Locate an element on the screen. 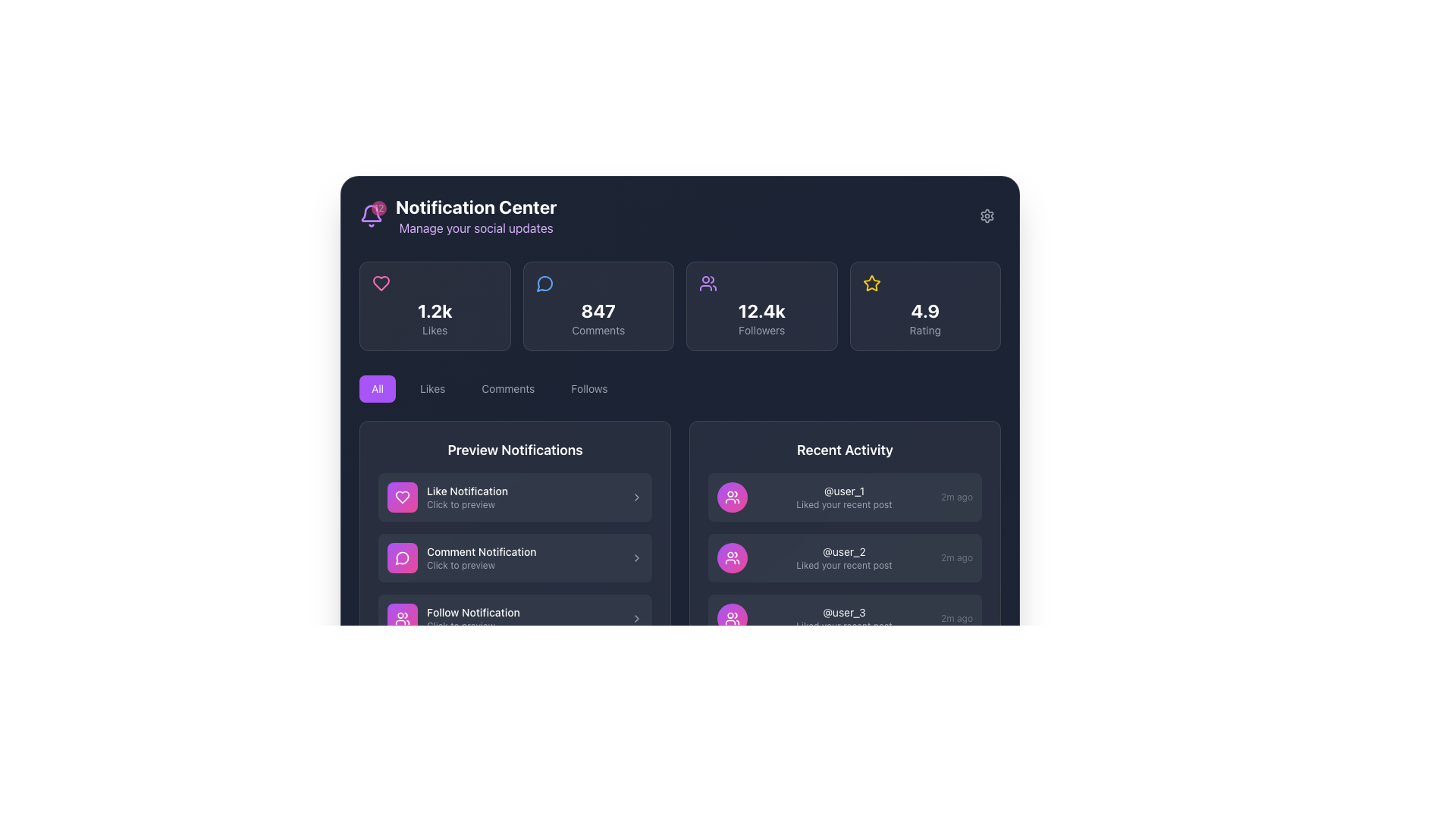  the 'Recent Activity' notification list is located at coordinates (844, 571).